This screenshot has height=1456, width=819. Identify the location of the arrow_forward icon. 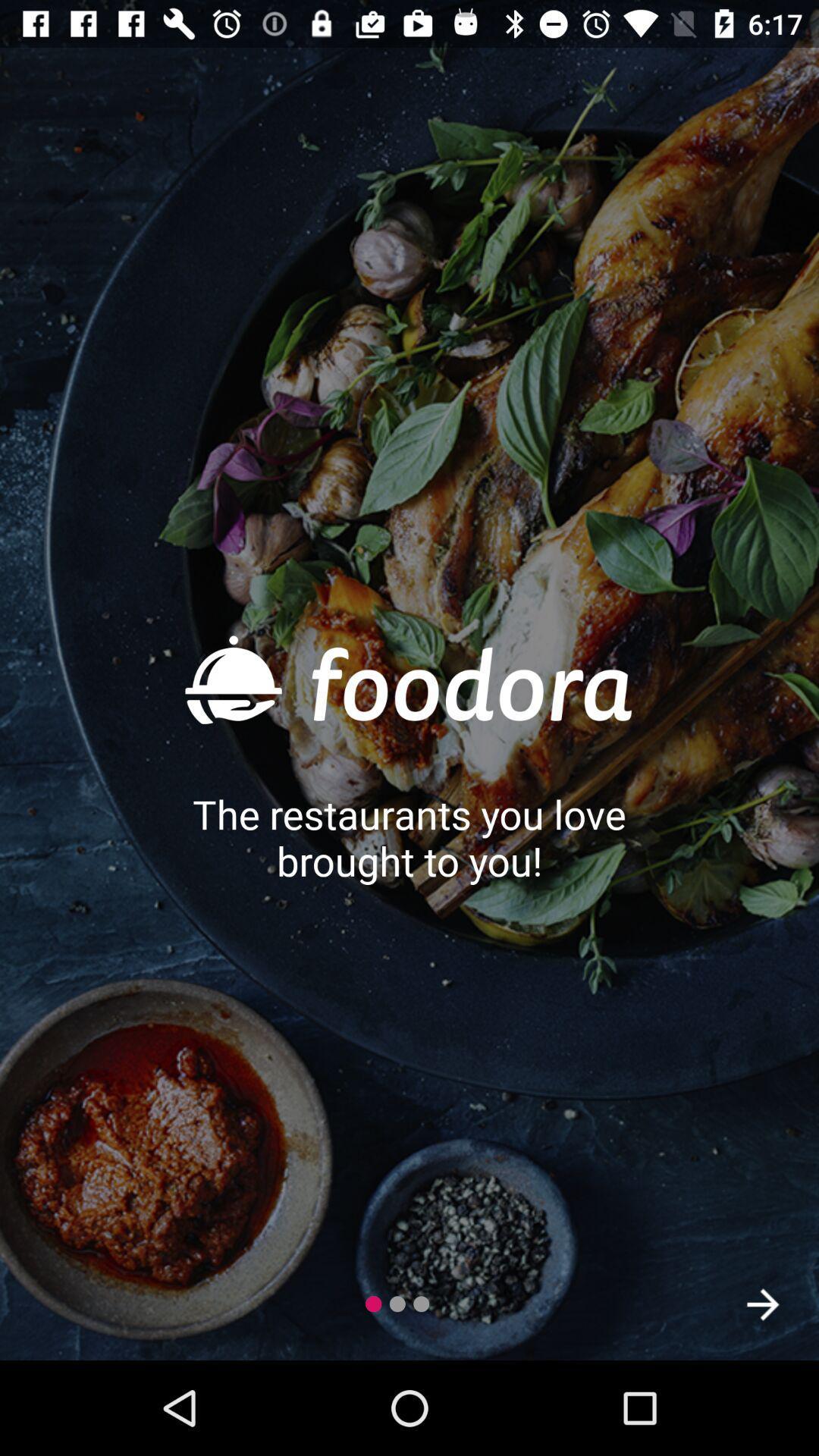
(763, 1304).